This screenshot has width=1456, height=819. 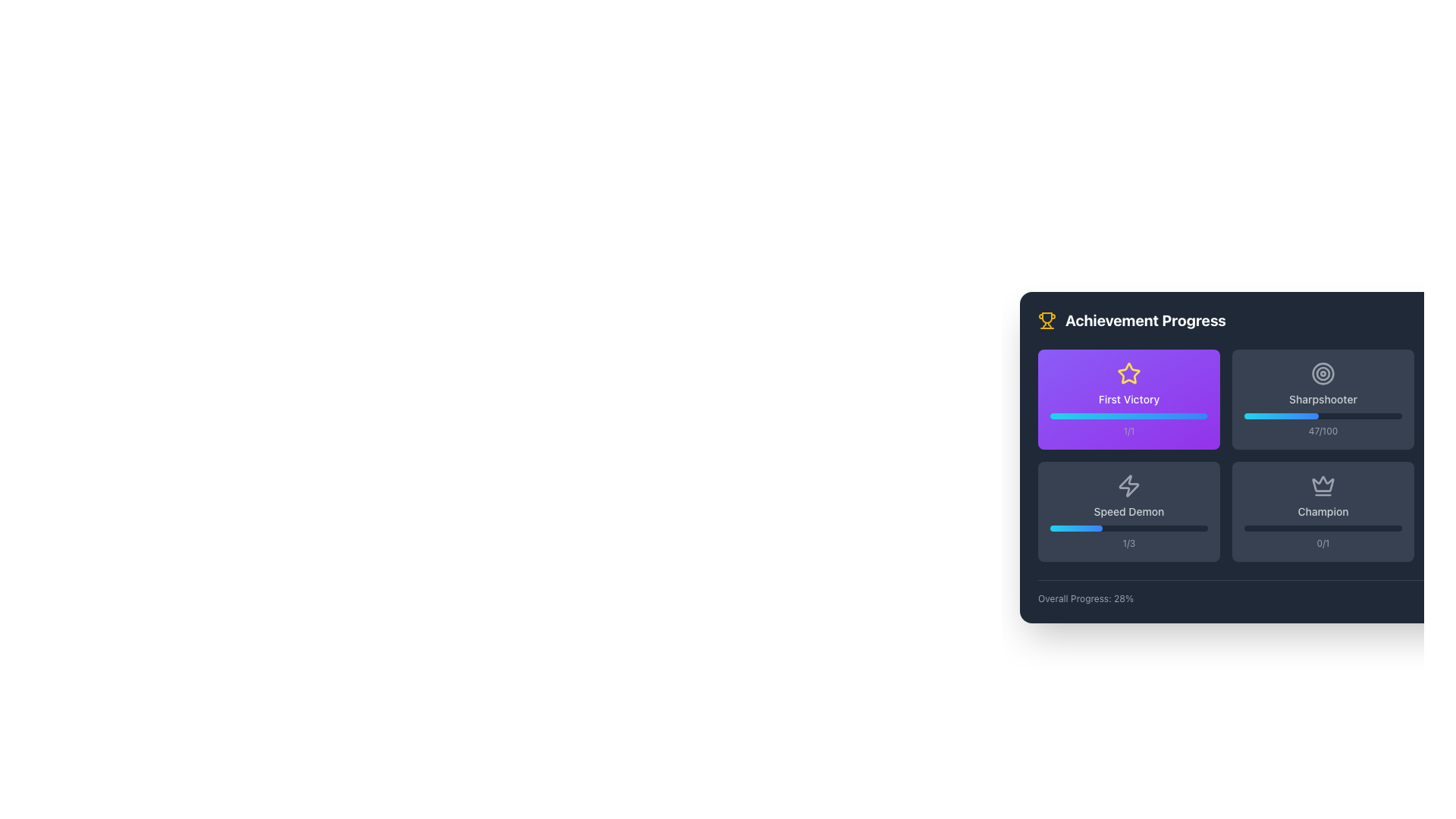 I want to click on the vertical progression bar component labeled 'Champion' that shows achievement progress with an initial value of 0/1, so click(x=1323, y=512).